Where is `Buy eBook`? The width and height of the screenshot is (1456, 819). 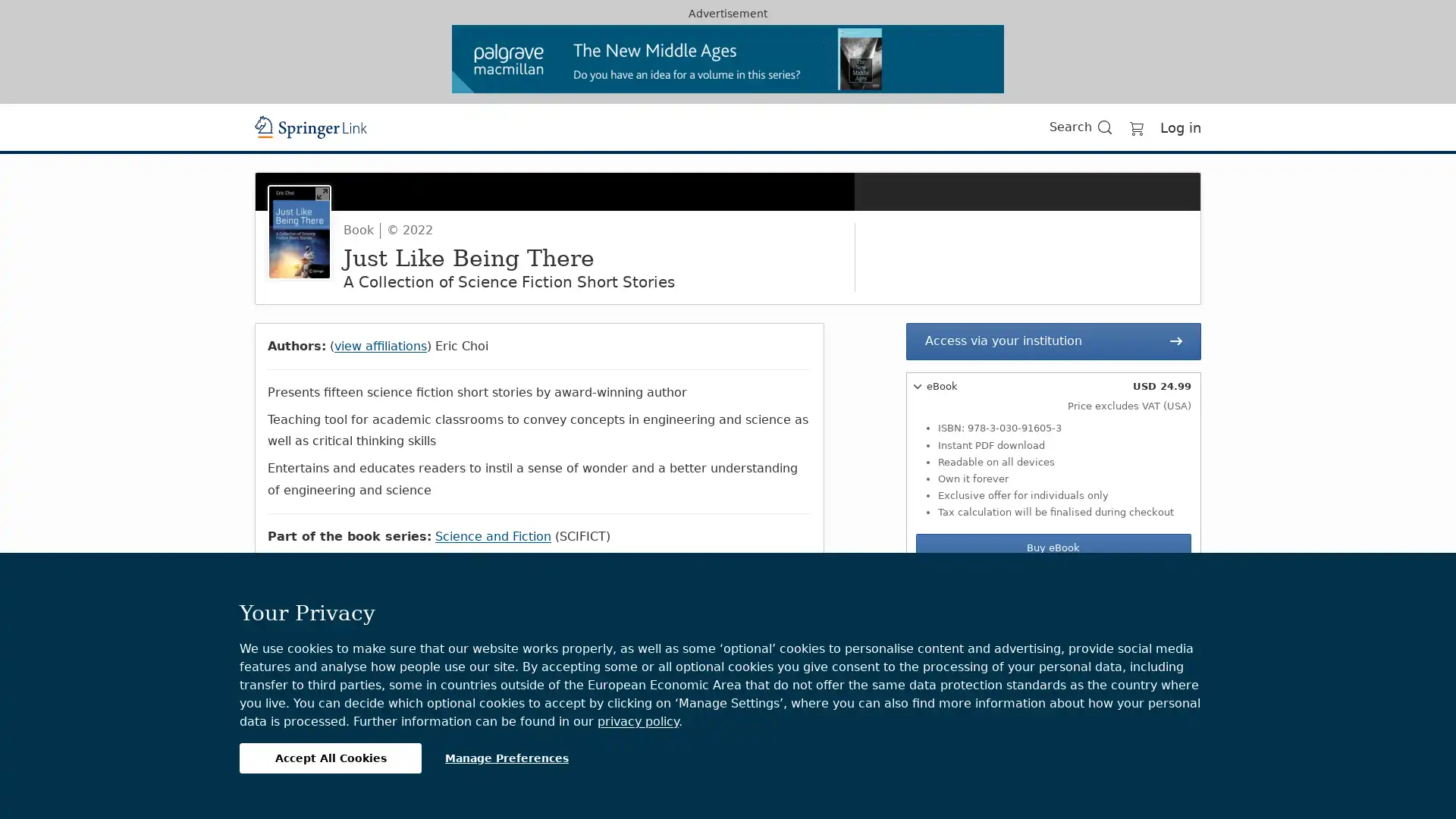 Buy eBook is located at coordinates (1052, 548).